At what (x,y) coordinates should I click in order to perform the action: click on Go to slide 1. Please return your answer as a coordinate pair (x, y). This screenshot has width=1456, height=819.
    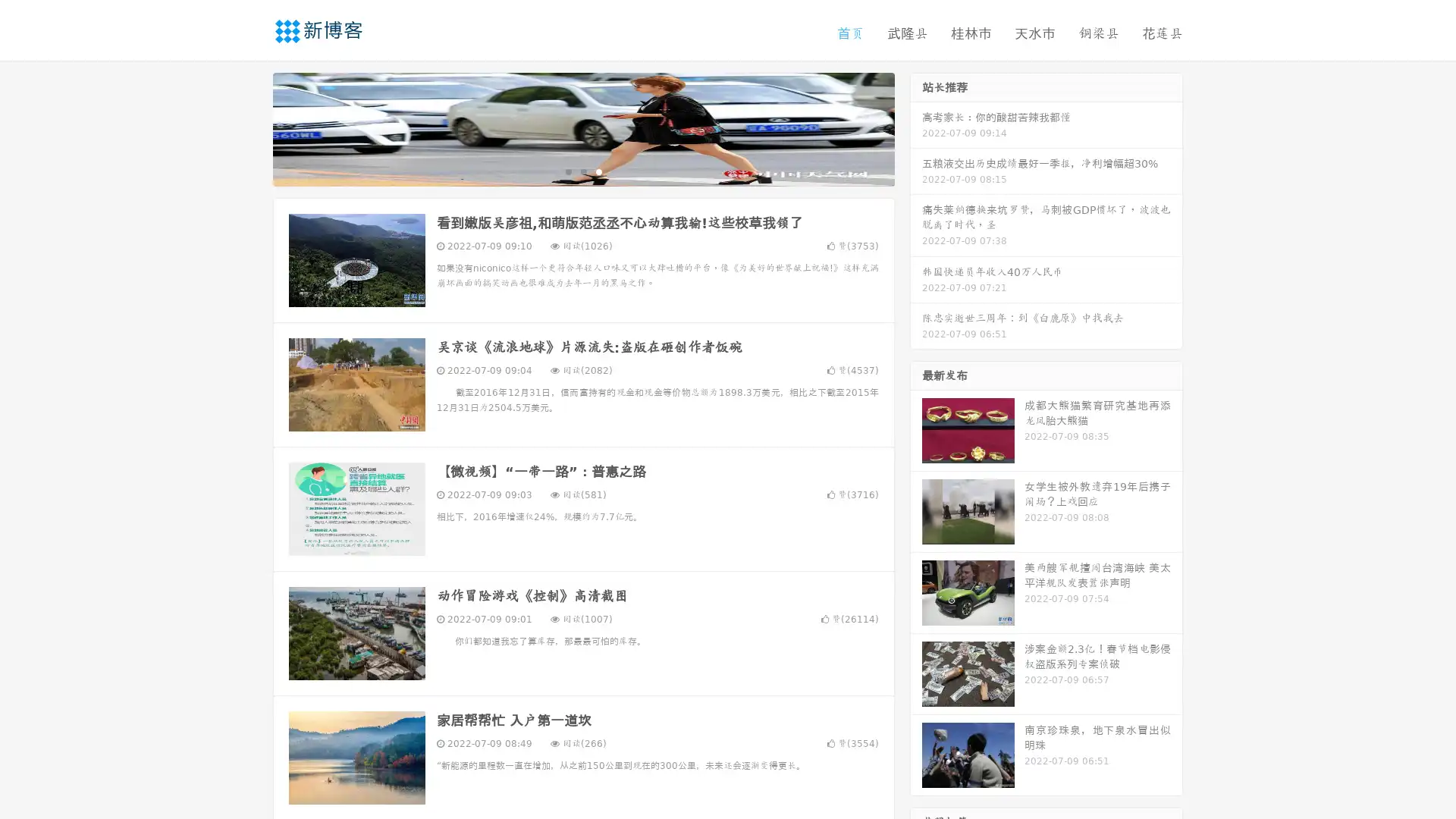
    Looking at the image, I should click on (567, 171).